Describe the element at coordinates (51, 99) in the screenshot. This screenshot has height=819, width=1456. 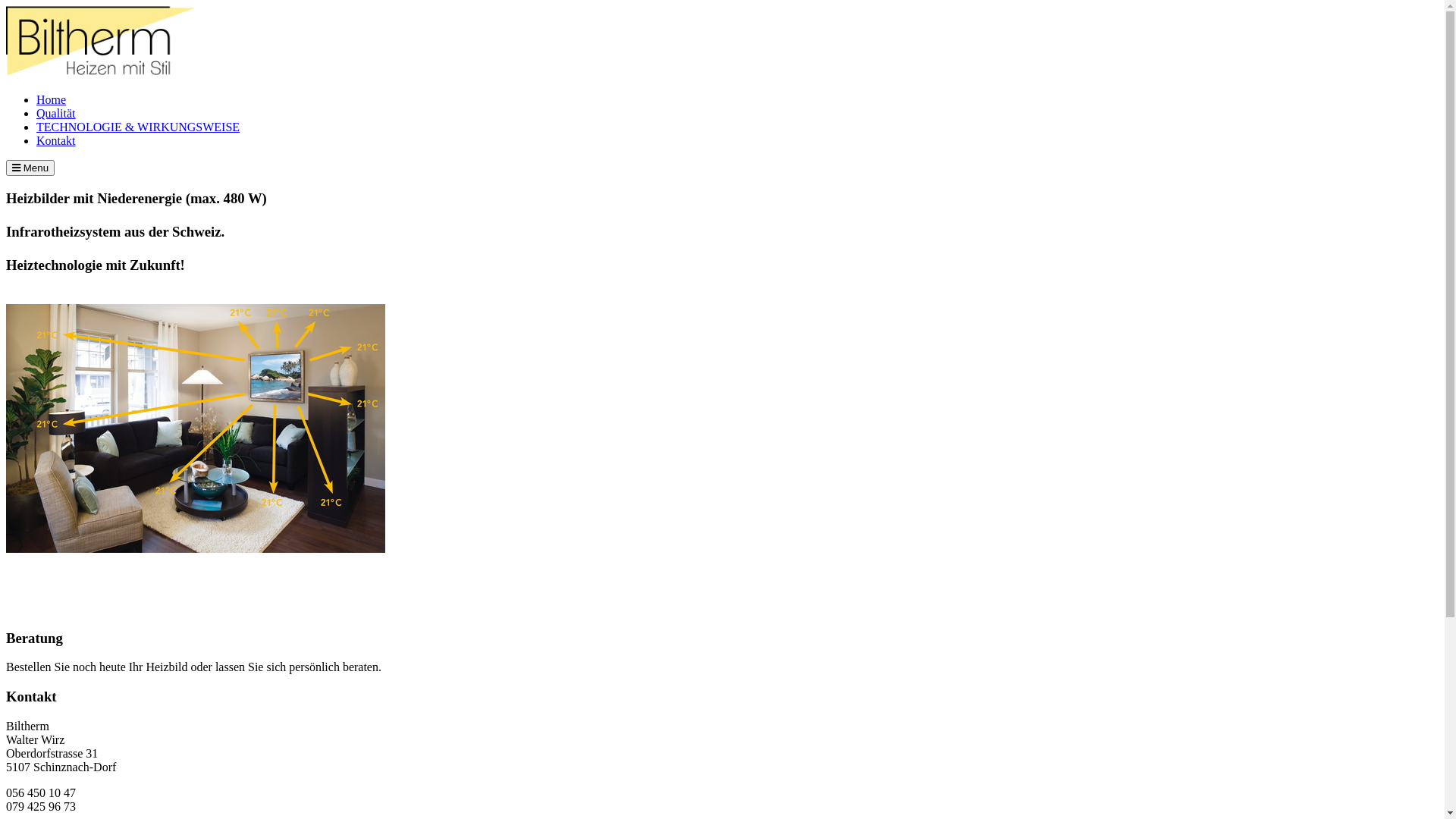
I see `'Home'` at that location.